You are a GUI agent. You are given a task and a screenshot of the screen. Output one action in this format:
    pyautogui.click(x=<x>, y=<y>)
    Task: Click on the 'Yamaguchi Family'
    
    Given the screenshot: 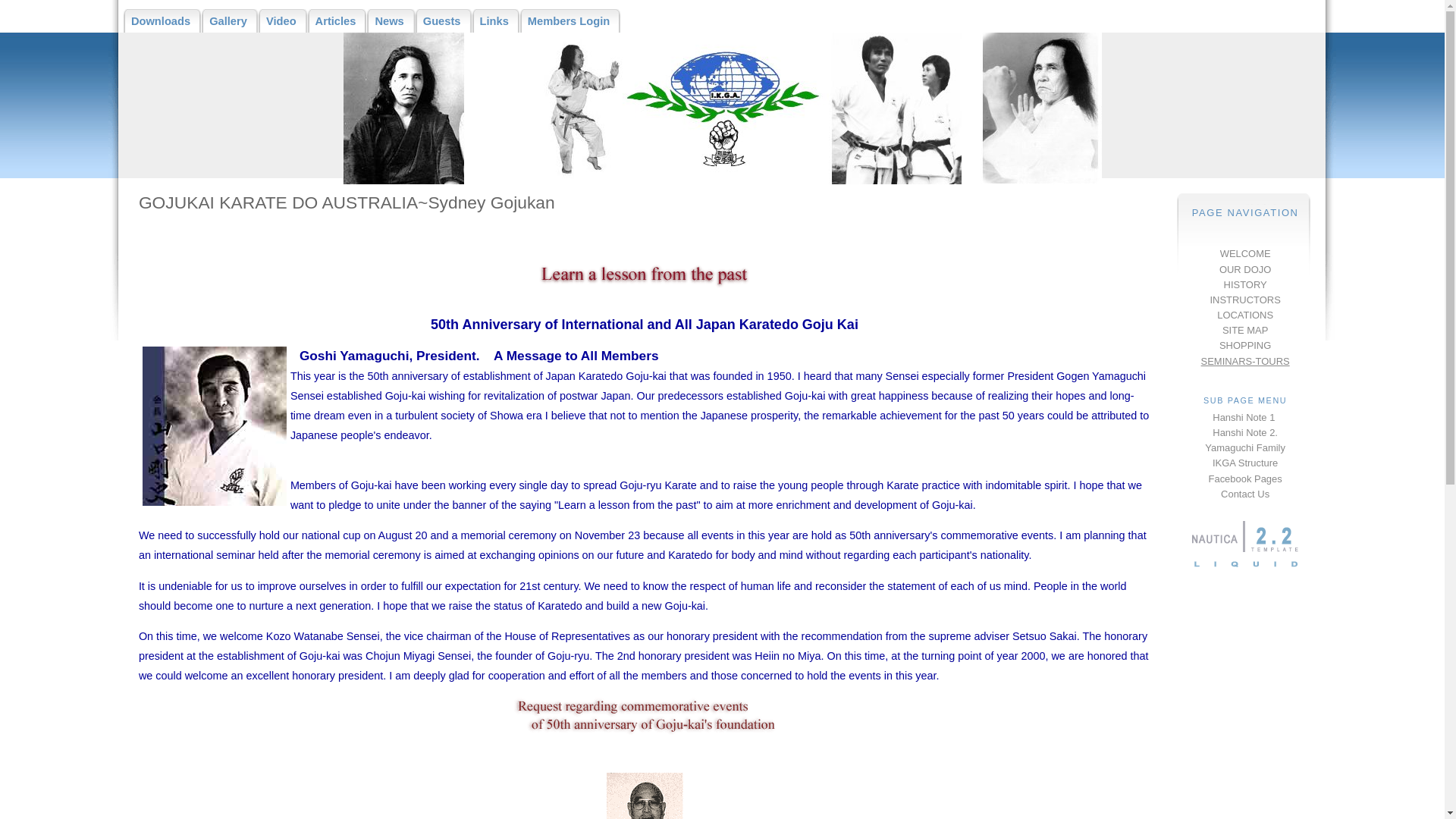 What is the action you would take?
    pyautogui.click(x=1203, y=447)
    